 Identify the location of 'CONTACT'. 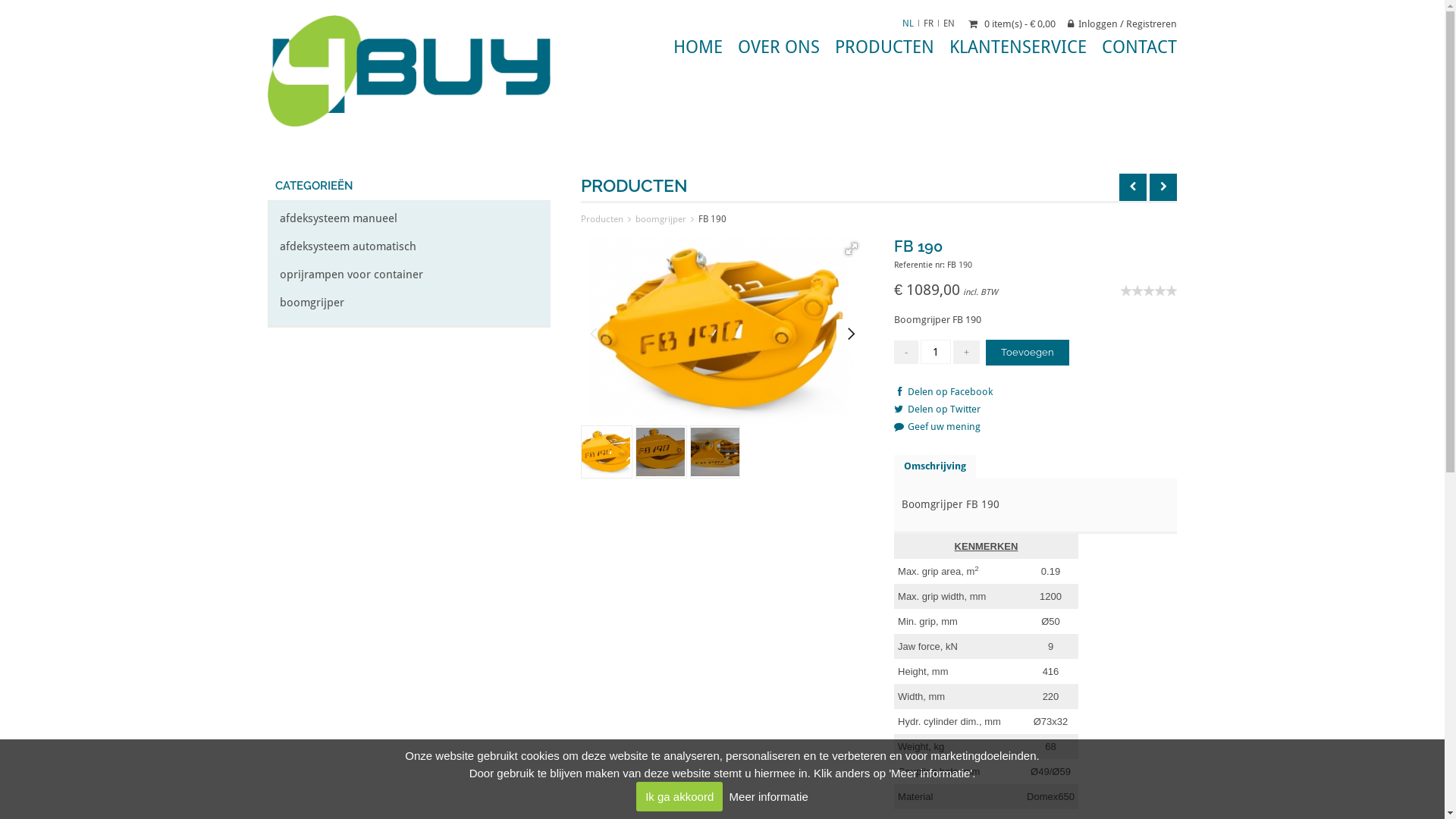
(1139, 45).